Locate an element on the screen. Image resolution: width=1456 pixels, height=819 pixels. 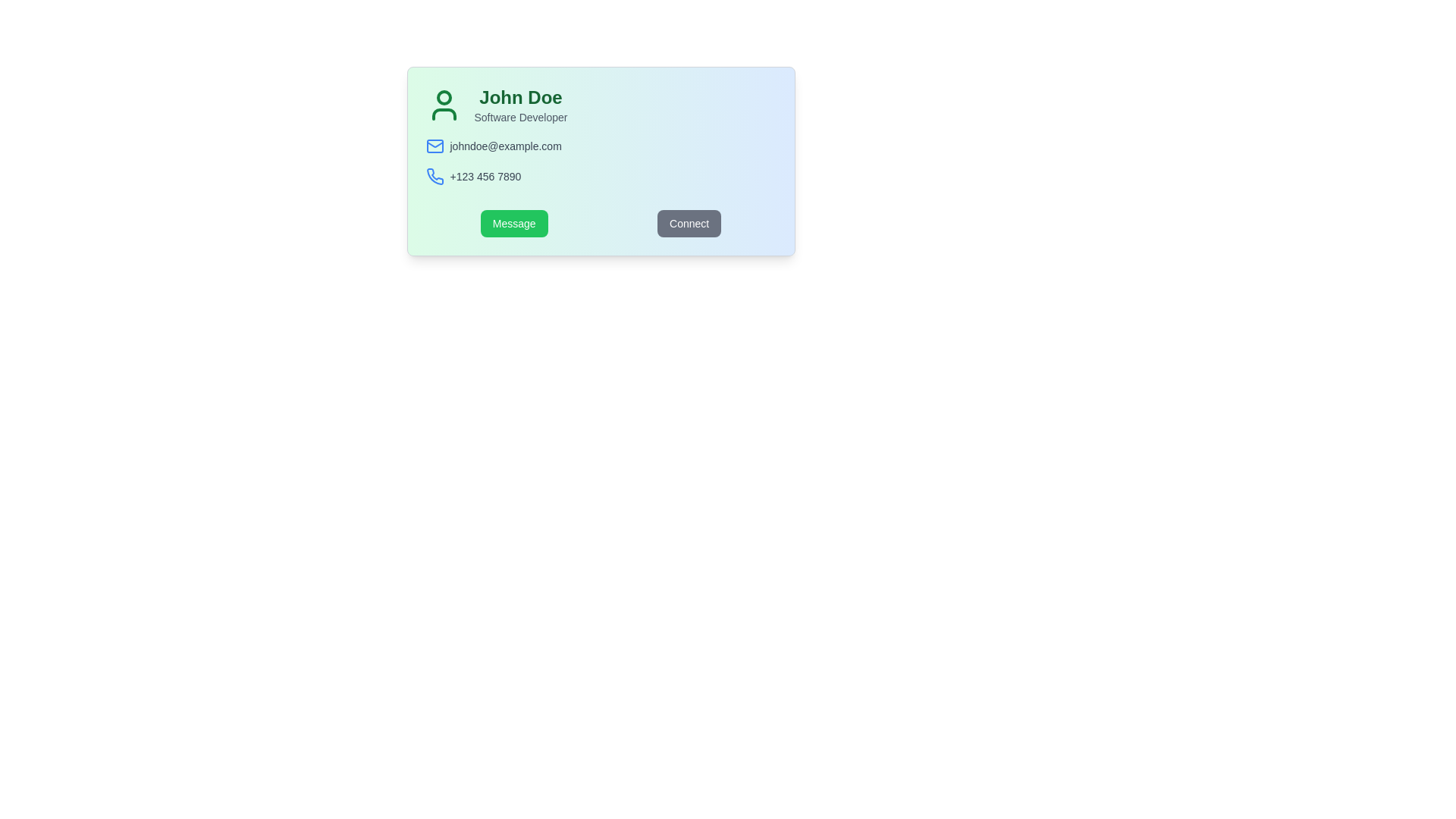
the stylized envelope fold detail of the email icon located in the top left of the card, next to the user's name and email is located at coordinates (434, 145).